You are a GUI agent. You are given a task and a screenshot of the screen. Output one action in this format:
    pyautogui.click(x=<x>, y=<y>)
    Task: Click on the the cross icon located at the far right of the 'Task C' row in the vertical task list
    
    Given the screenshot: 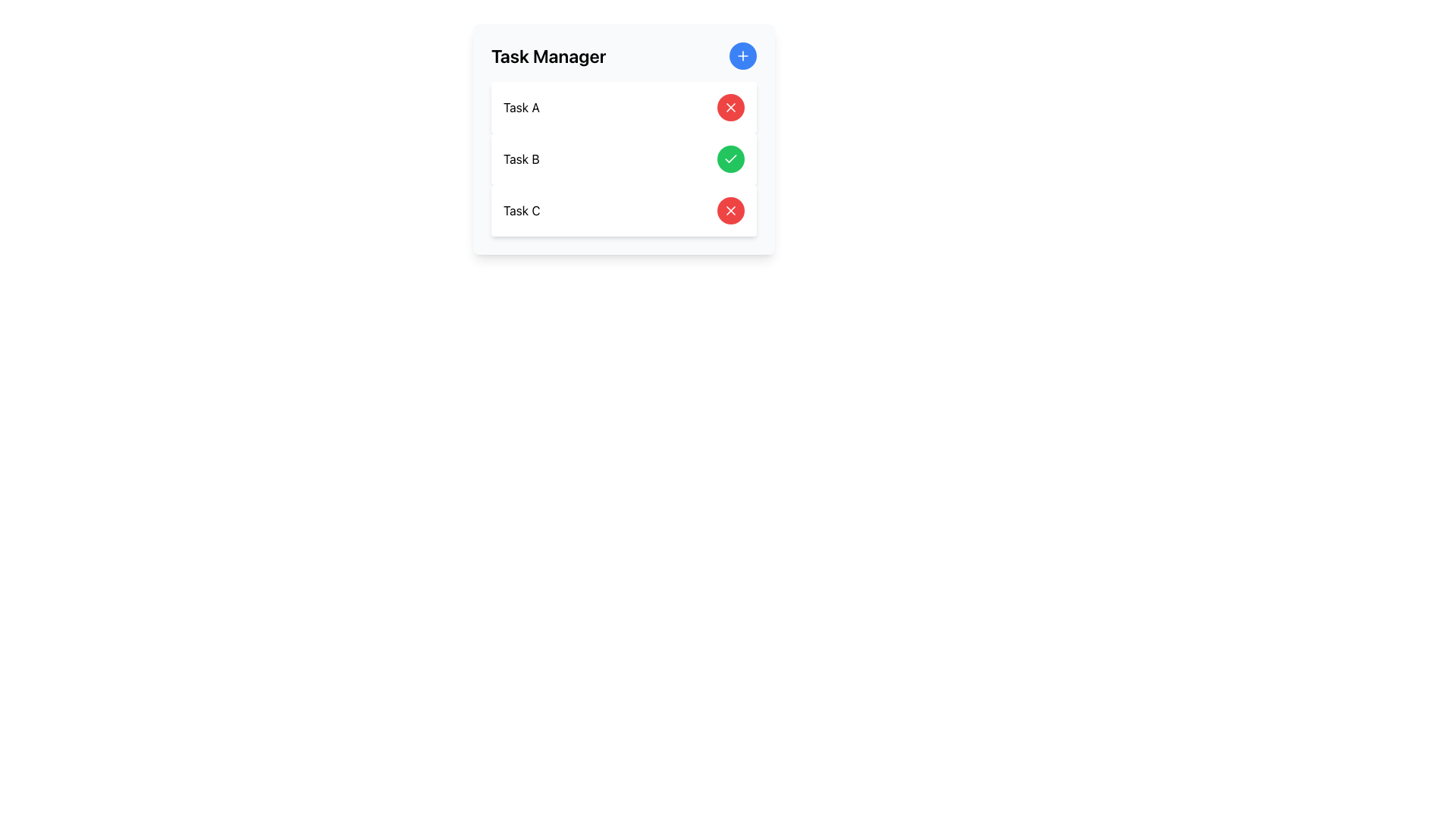 What is the action you would take?
    pyautogui.click(x=731, y=107)
    